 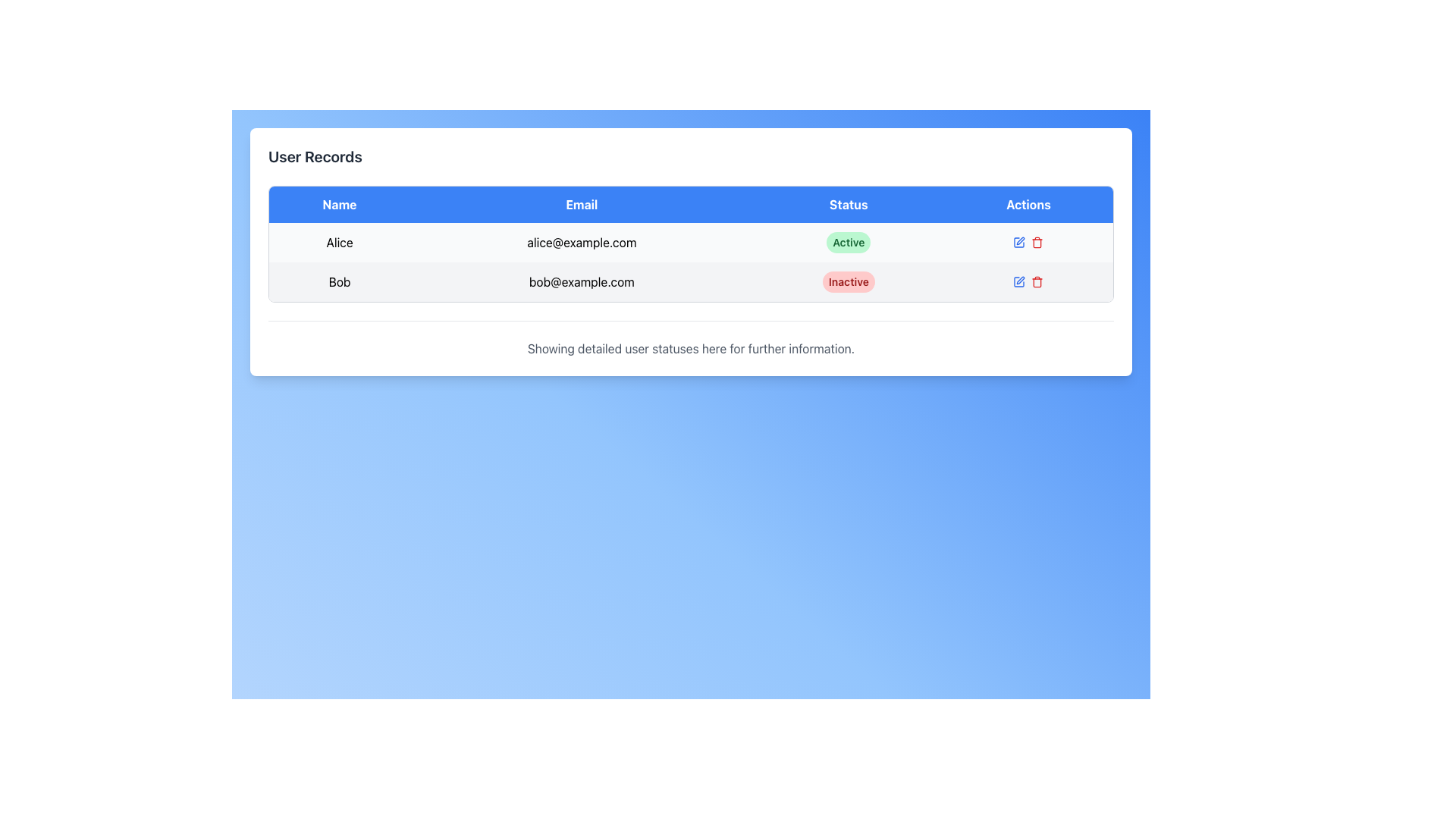 What do you see at coordinates (848, 242) in the screenshot?
I see `status represented by the 'Active' badge with green text on a light green background in the Status column of the user table` at bounding box center [848, 242].